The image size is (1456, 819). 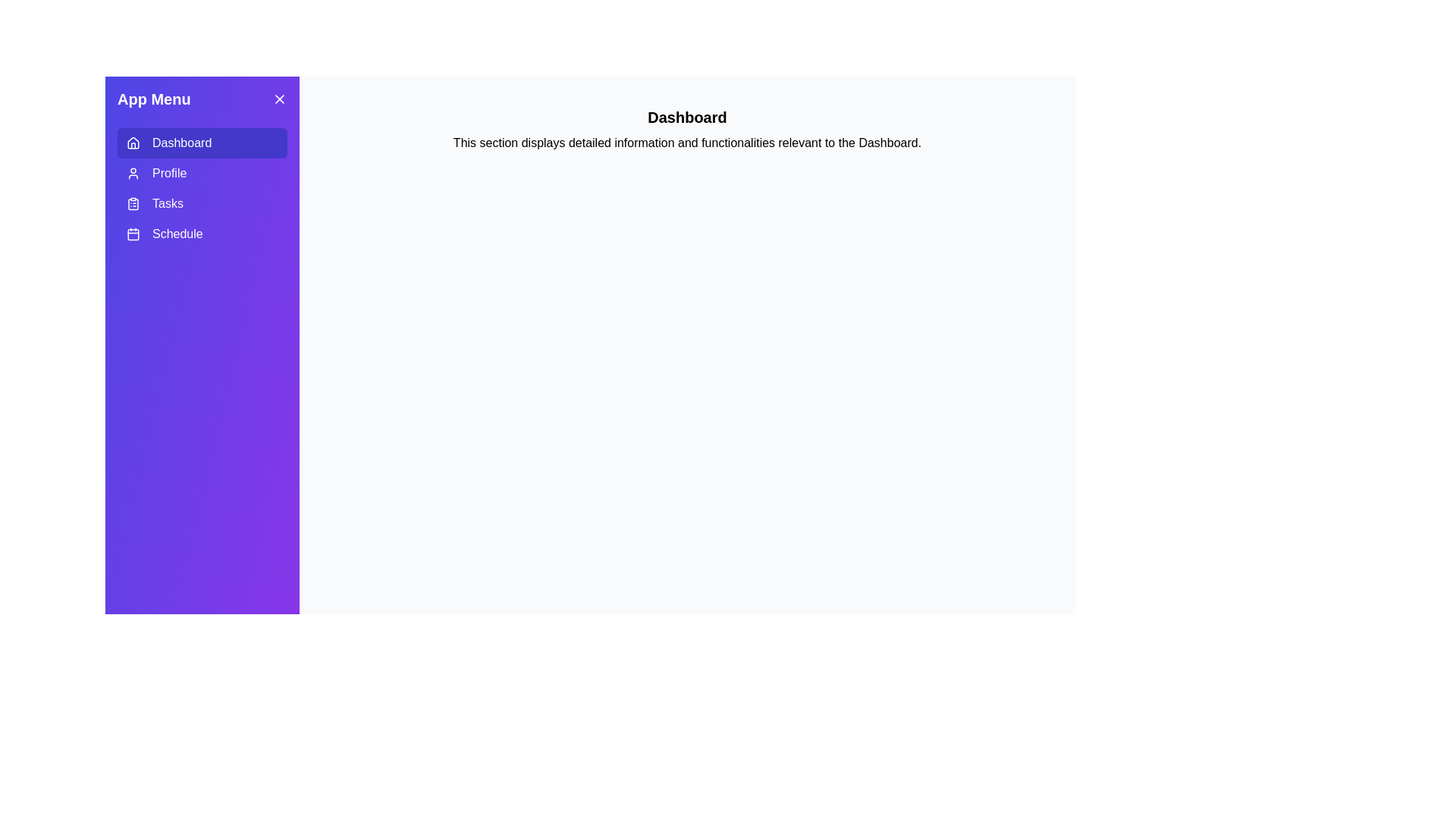 What do you see at coordinates (686, 116) in the screenshot?
I see `the title text to inspect it` at bounding box center [686, 116].